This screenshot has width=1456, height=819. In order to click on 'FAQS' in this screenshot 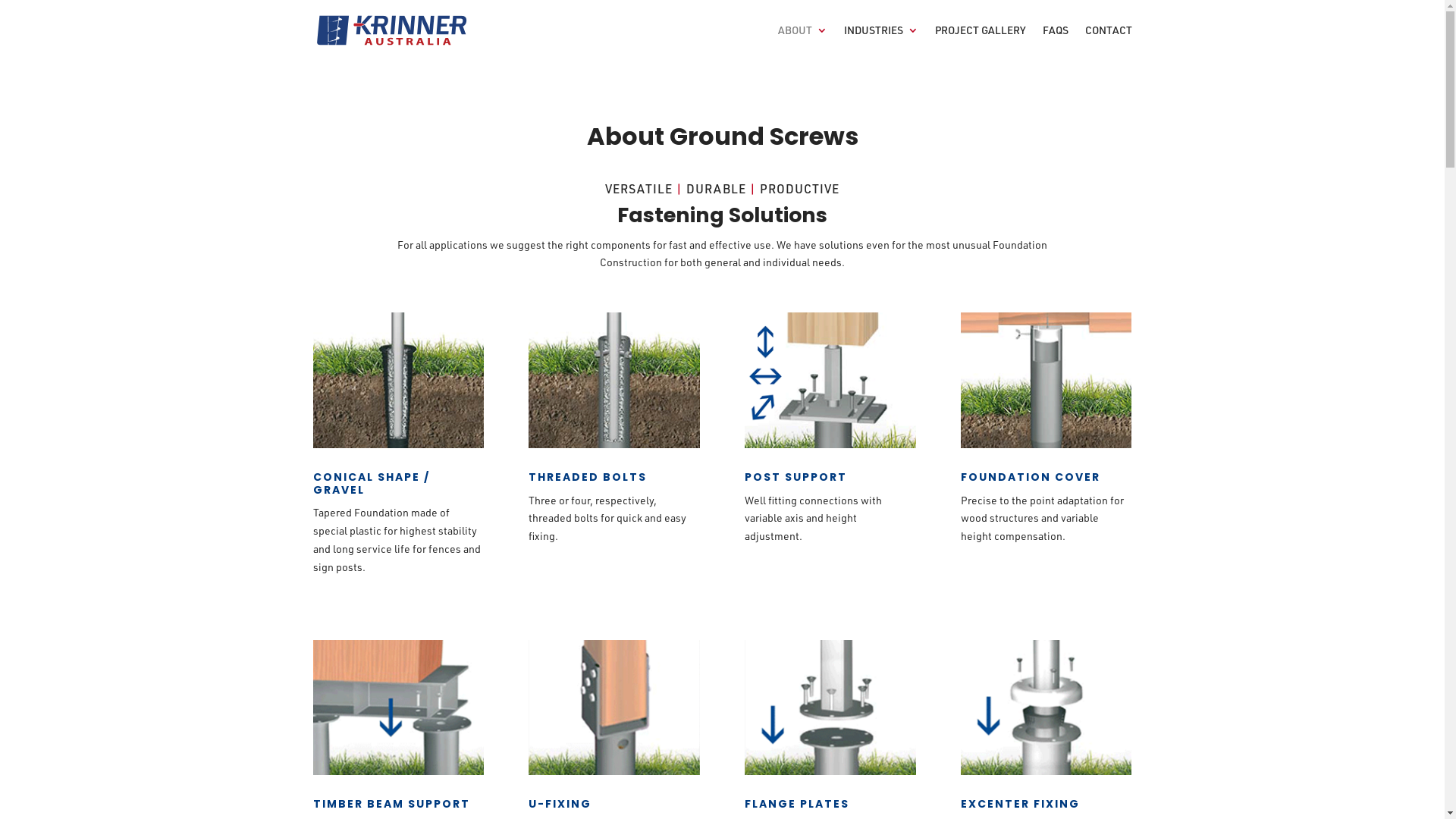, I will do `click(1054, 42)`.